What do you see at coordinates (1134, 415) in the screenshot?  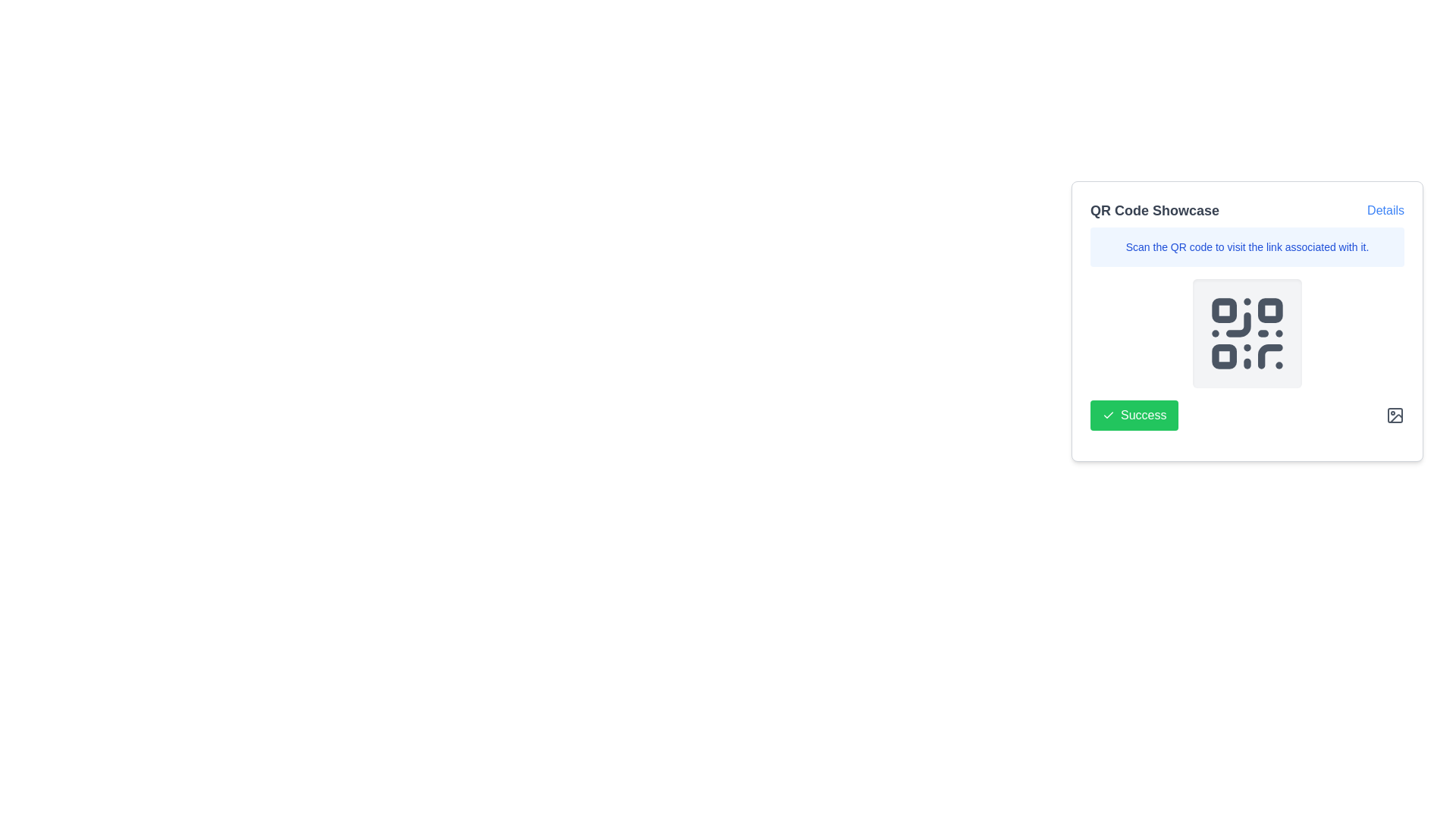 I see `the success confirmation button located at the bottom-left corner of the card, adjacent to the QR code section, to confirm success` at bounding box center [1134, 415].